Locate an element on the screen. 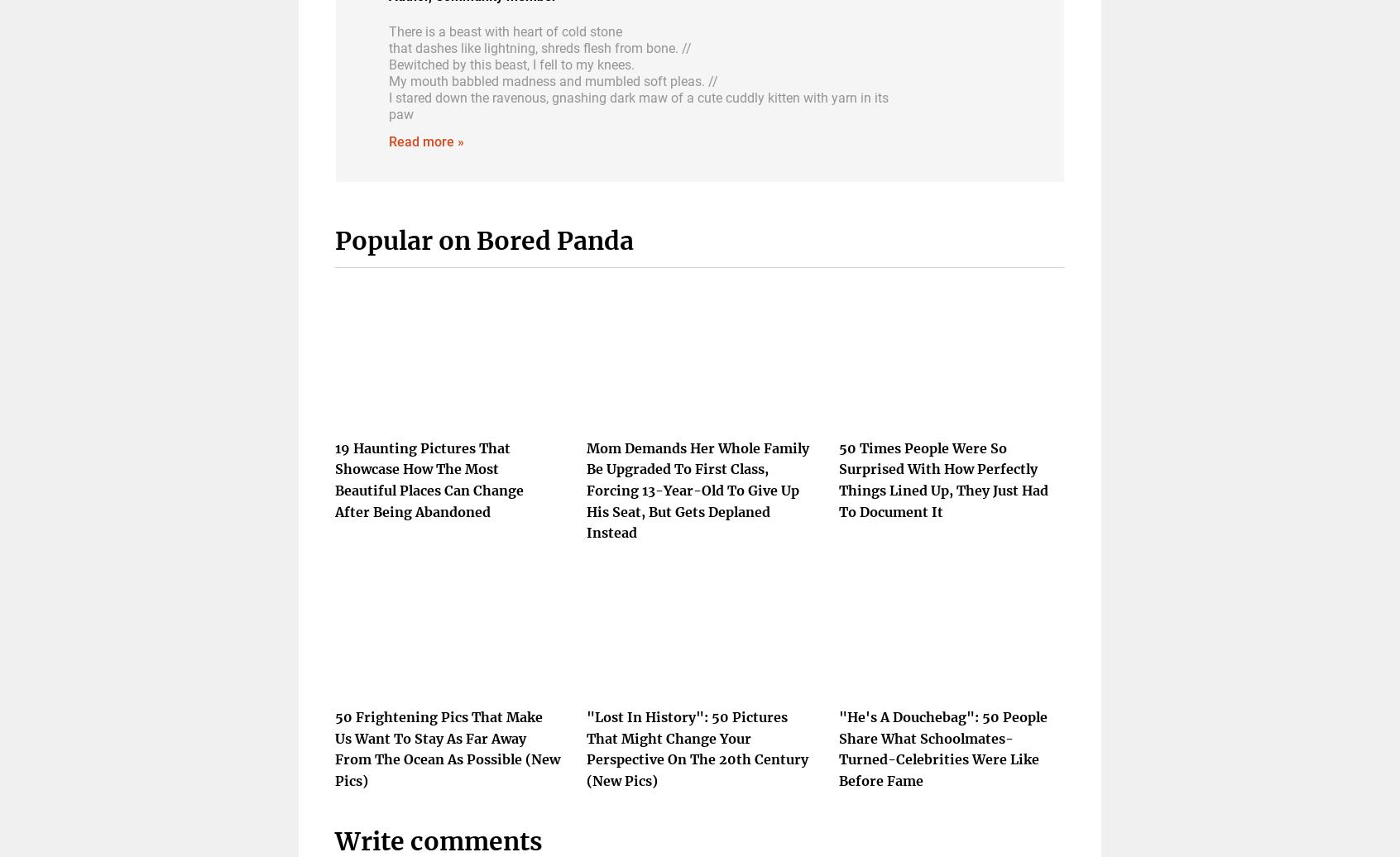  '"He's A Douchebag": 50 People Share What Schoolmates-Turned-Celebrities Were Like Before Fame' is located at coordinates (942, 747).